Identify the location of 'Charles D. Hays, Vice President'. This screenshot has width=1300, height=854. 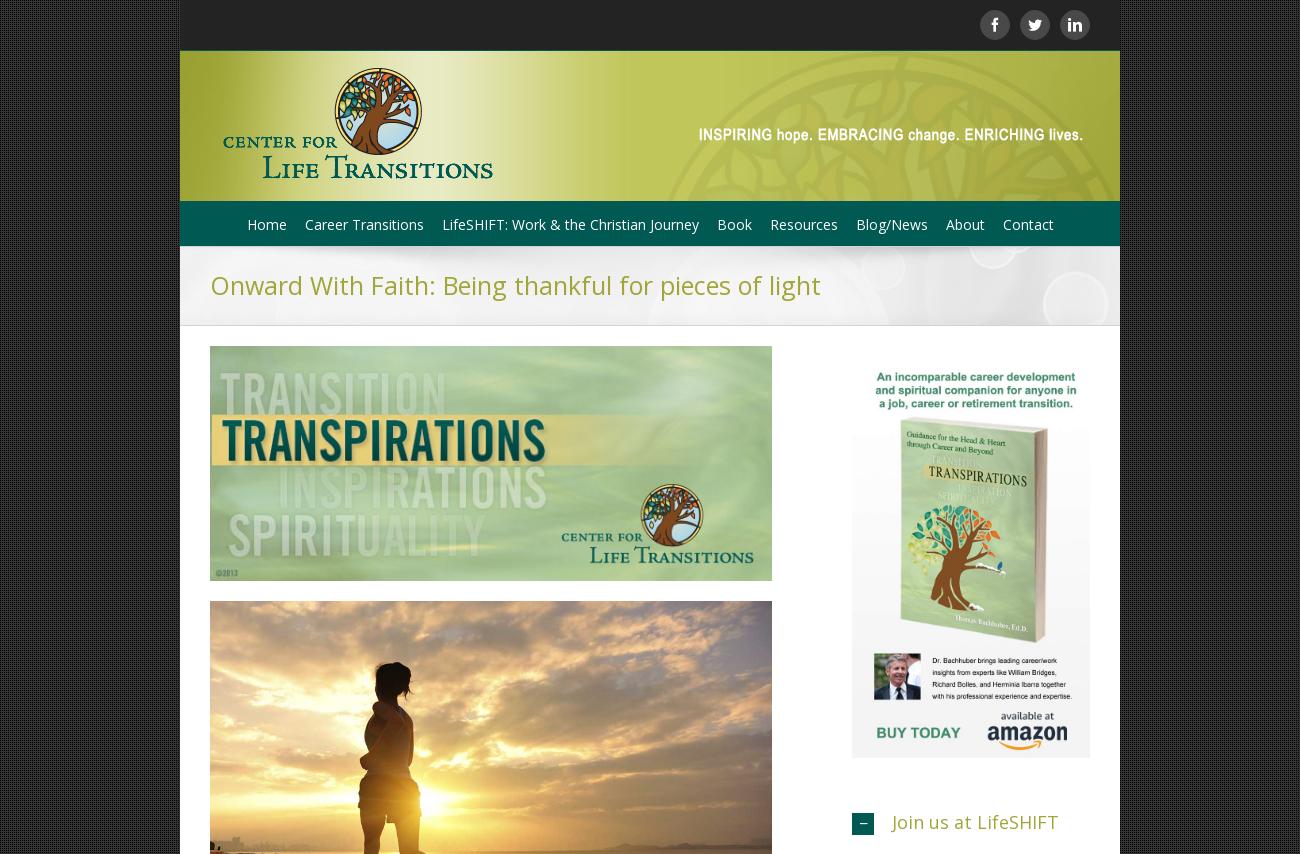
(819, 455).